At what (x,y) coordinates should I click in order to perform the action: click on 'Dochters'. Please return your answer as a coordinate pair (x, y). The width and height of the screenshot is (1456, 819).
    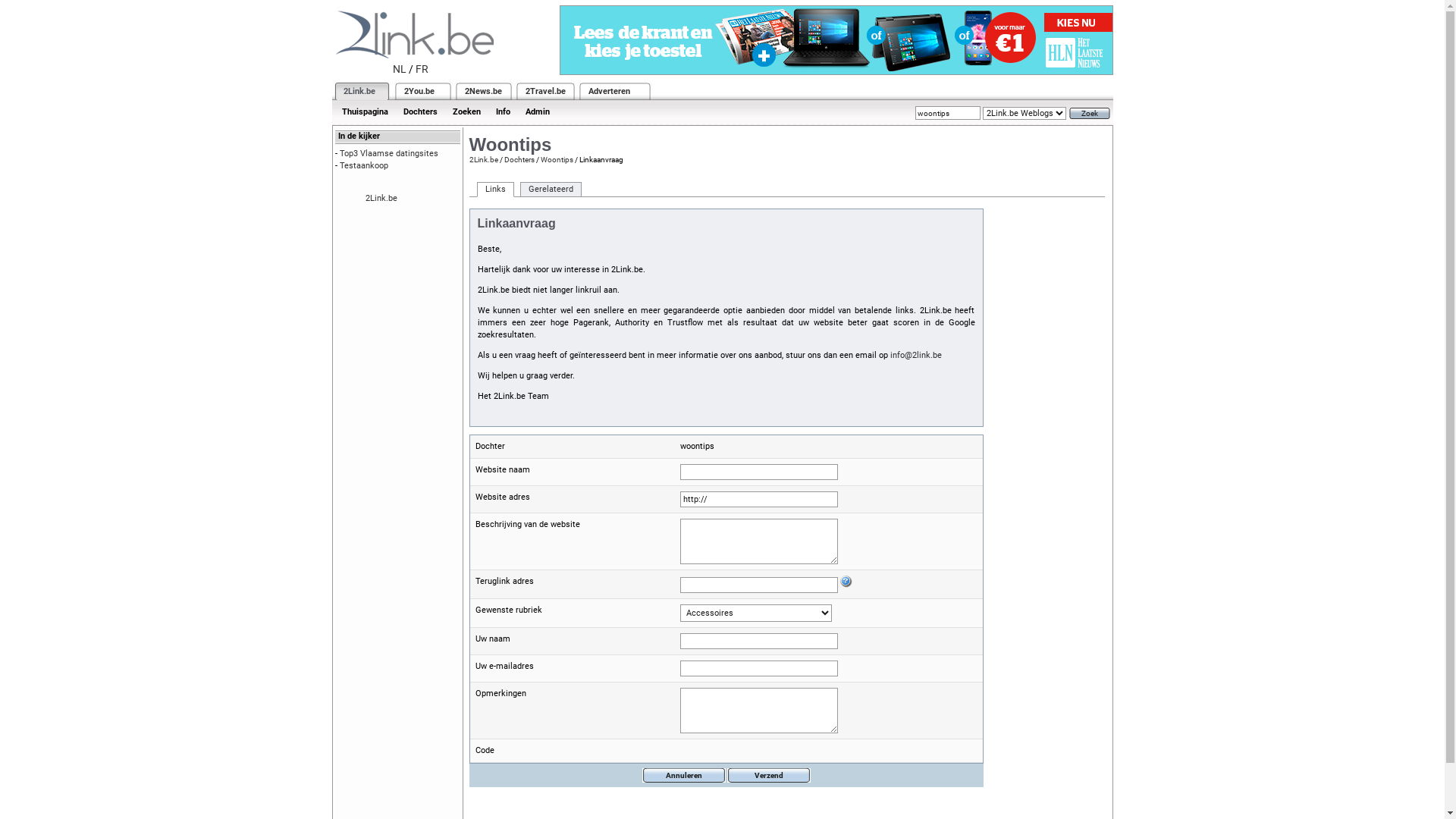
    Looking at the image, I should click on (518, 159).